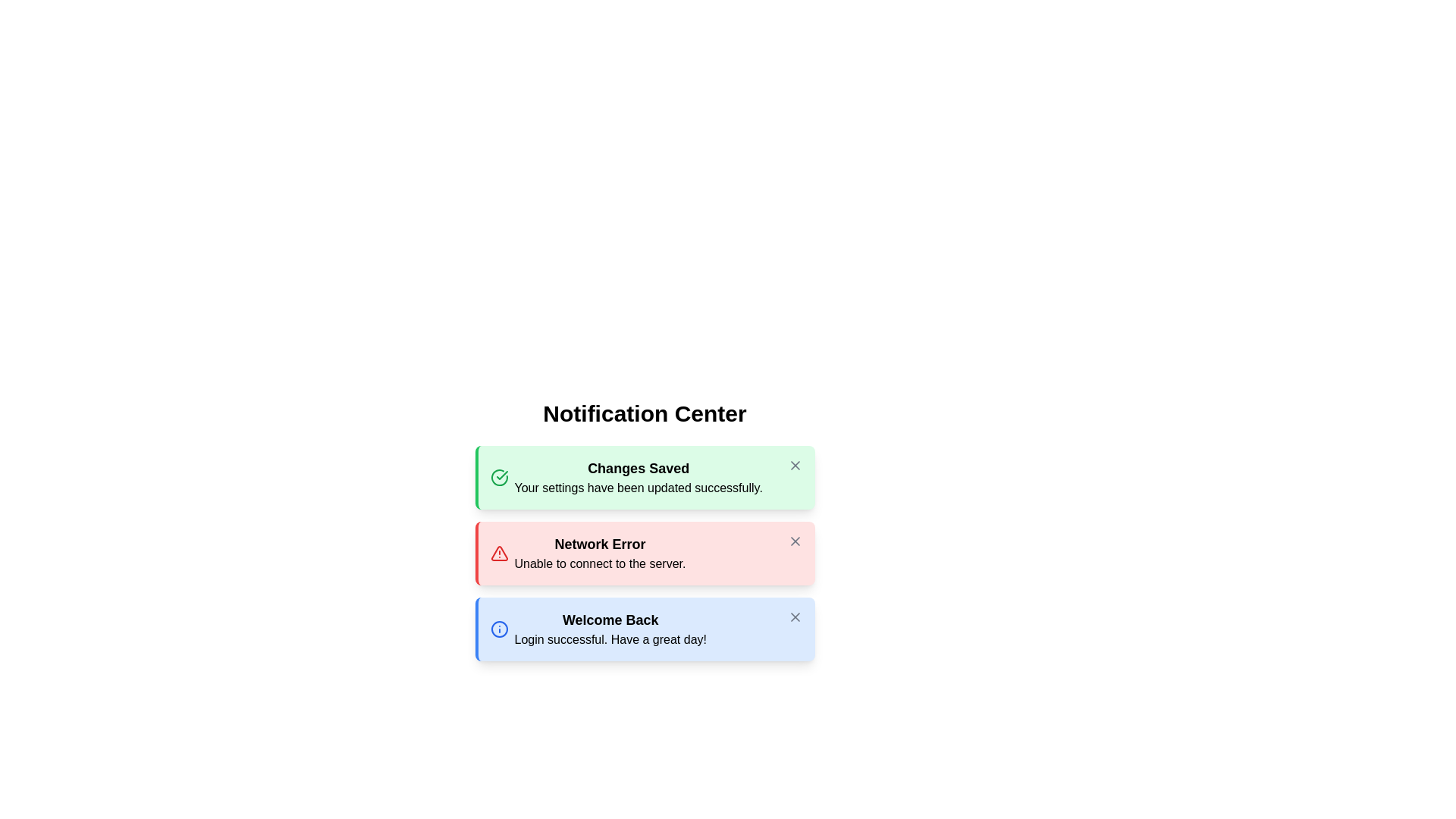 The width and height of the screenshot is (1456, 819). Describe the element at coordinates (499, 553) in the screenshot. I see `the triangular red outlined caution alert icon with a red marker inside, located in the 'Network Error' notification on the left side of the text` at that location.